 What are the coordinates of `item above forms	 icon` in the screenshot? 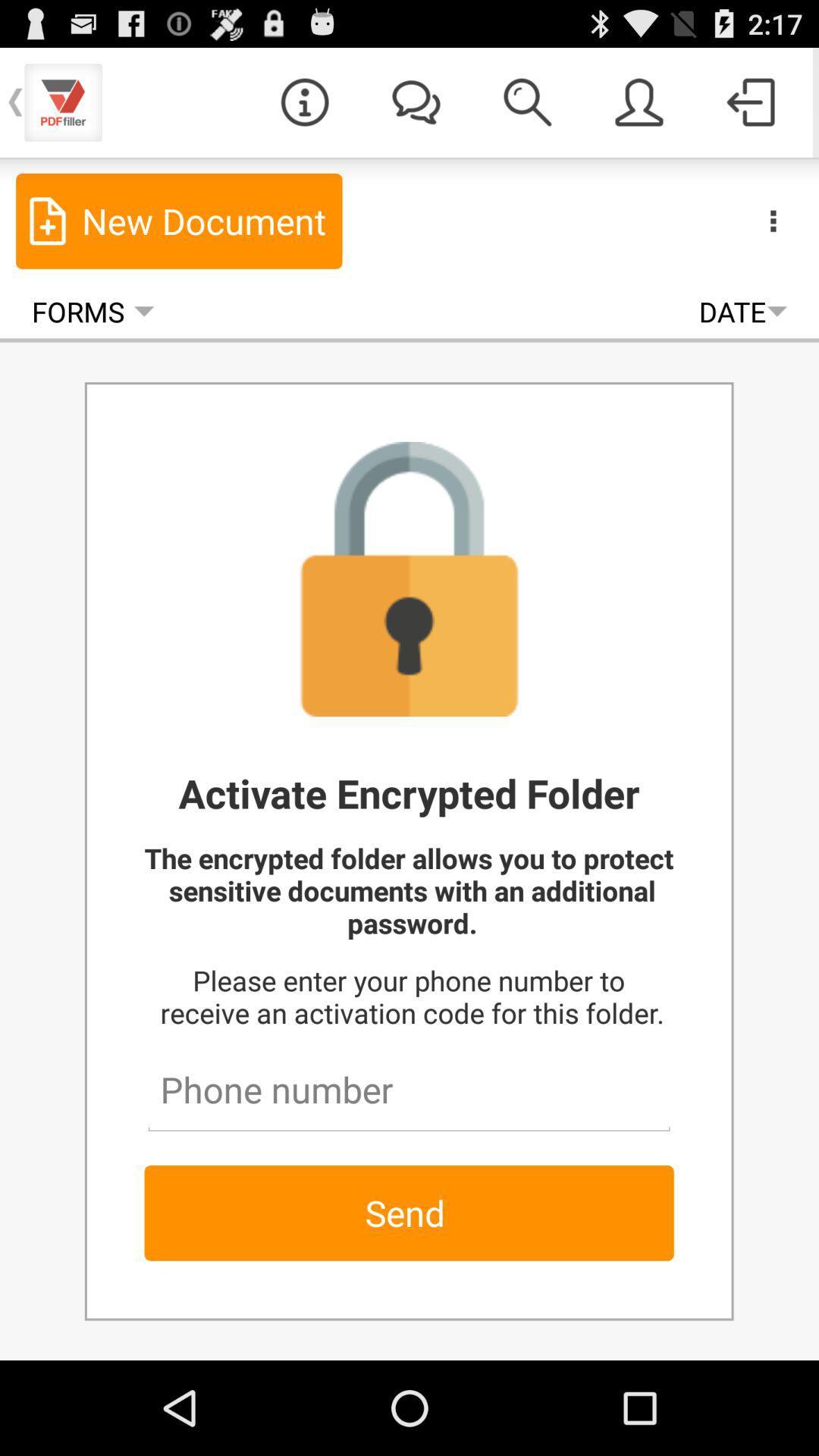 It's located at (178, 220).